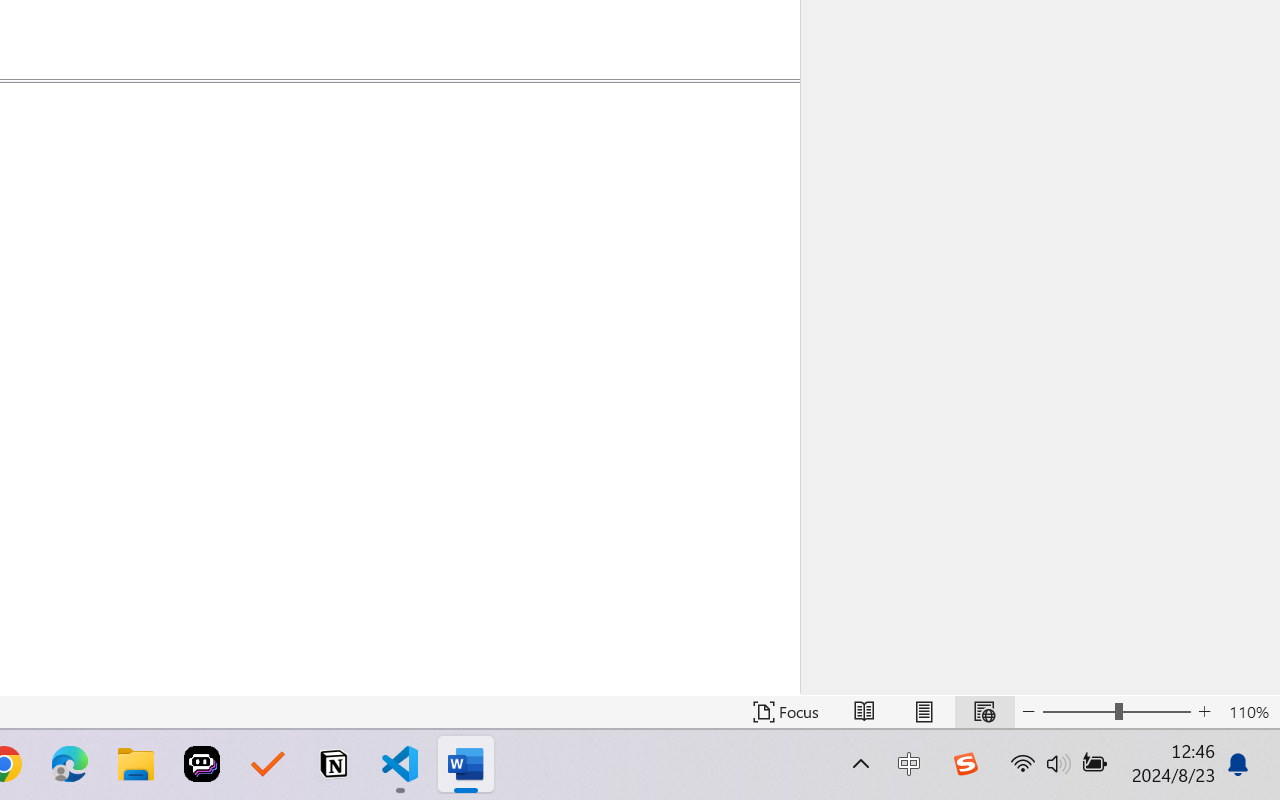 Image resolution: width=1280 pixels, height=800 pixels. What do you see at coordinates (1248, 711) in the screenshot?
I see `'Zoom 110%'` at bounding box center [1248, 711].